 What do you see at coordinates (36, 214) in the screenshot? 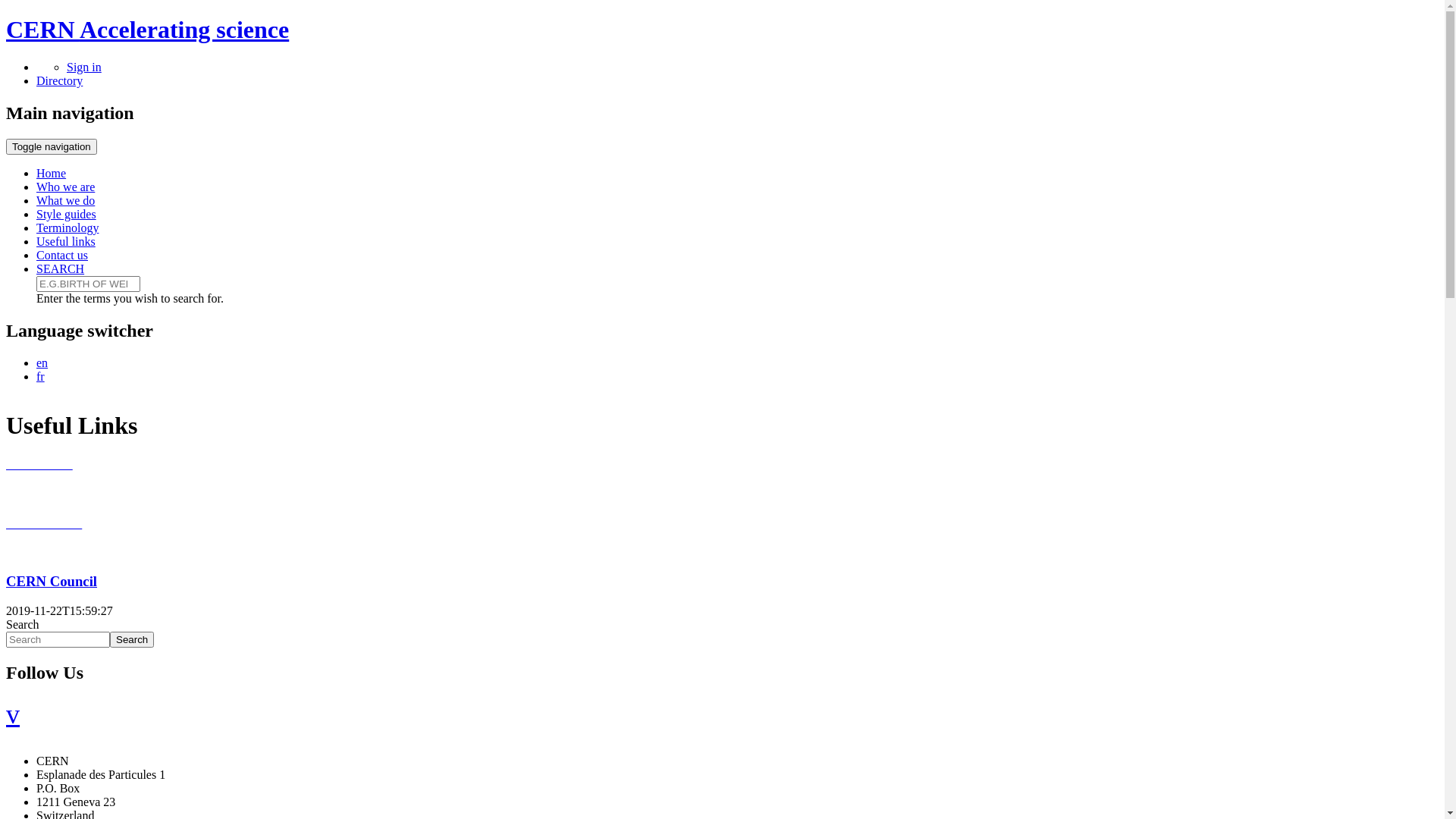
I see `'Style guides'` at bounding box center [36, 214].